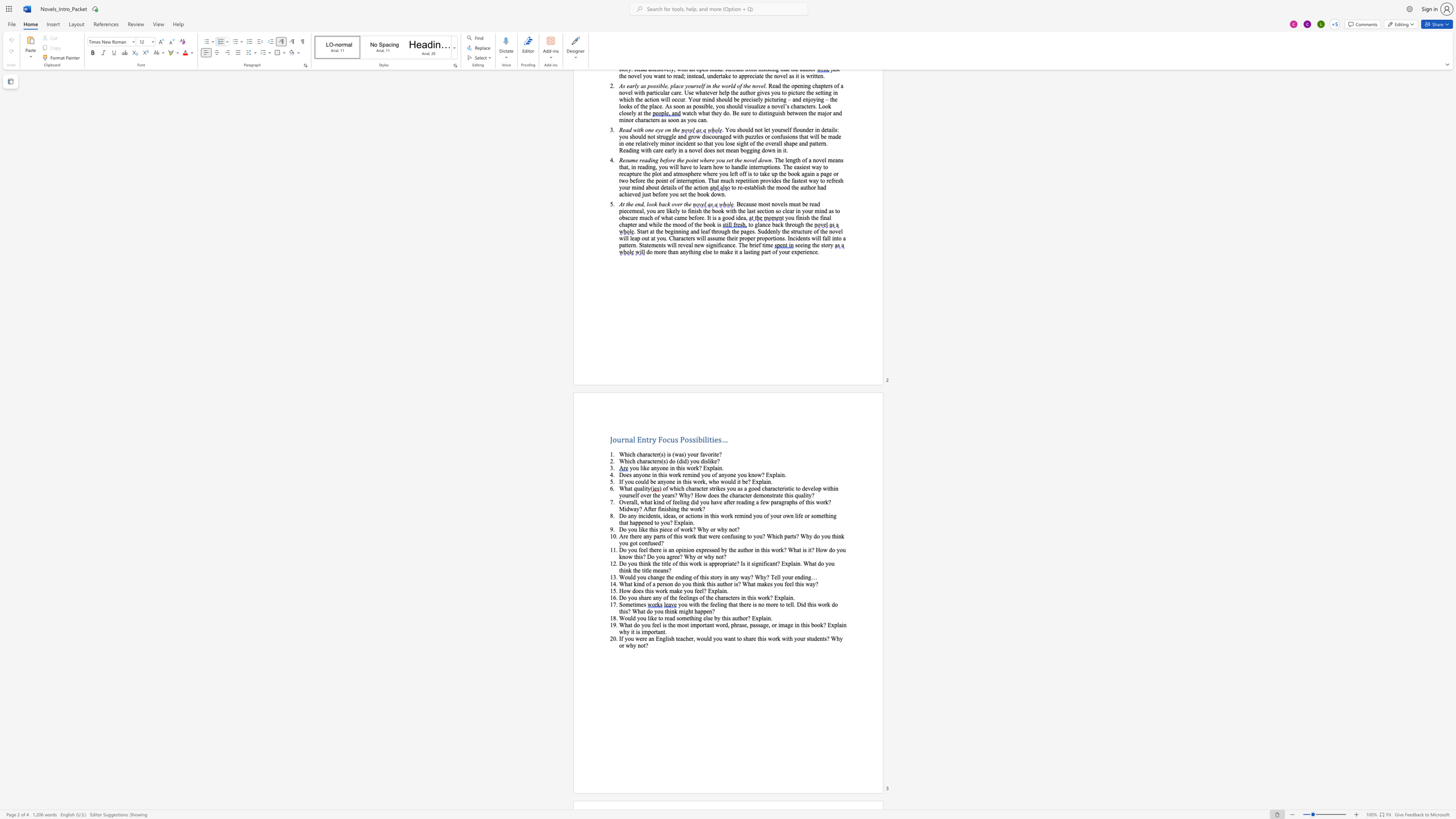  I want to click on the 1th character "g" in the text, so click(744, 536).